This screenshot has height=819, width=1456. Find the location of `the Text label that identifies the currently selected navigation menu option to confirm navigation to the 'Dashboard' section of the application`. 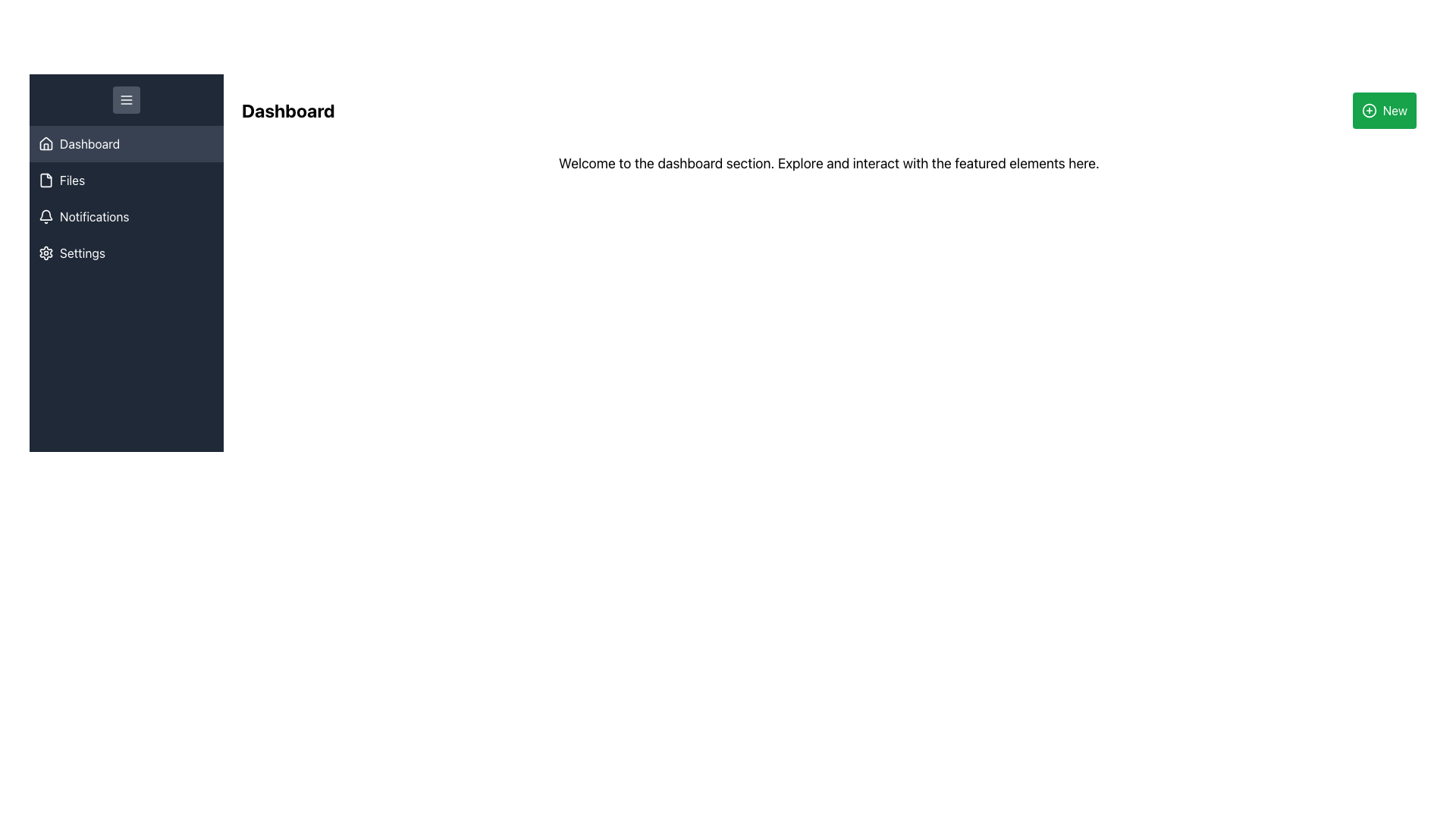

the Text label that identifies the currently selected navigation menu option to confirm navigation to the 'Dashboard' section of the application is located at coordinates (89, 143).